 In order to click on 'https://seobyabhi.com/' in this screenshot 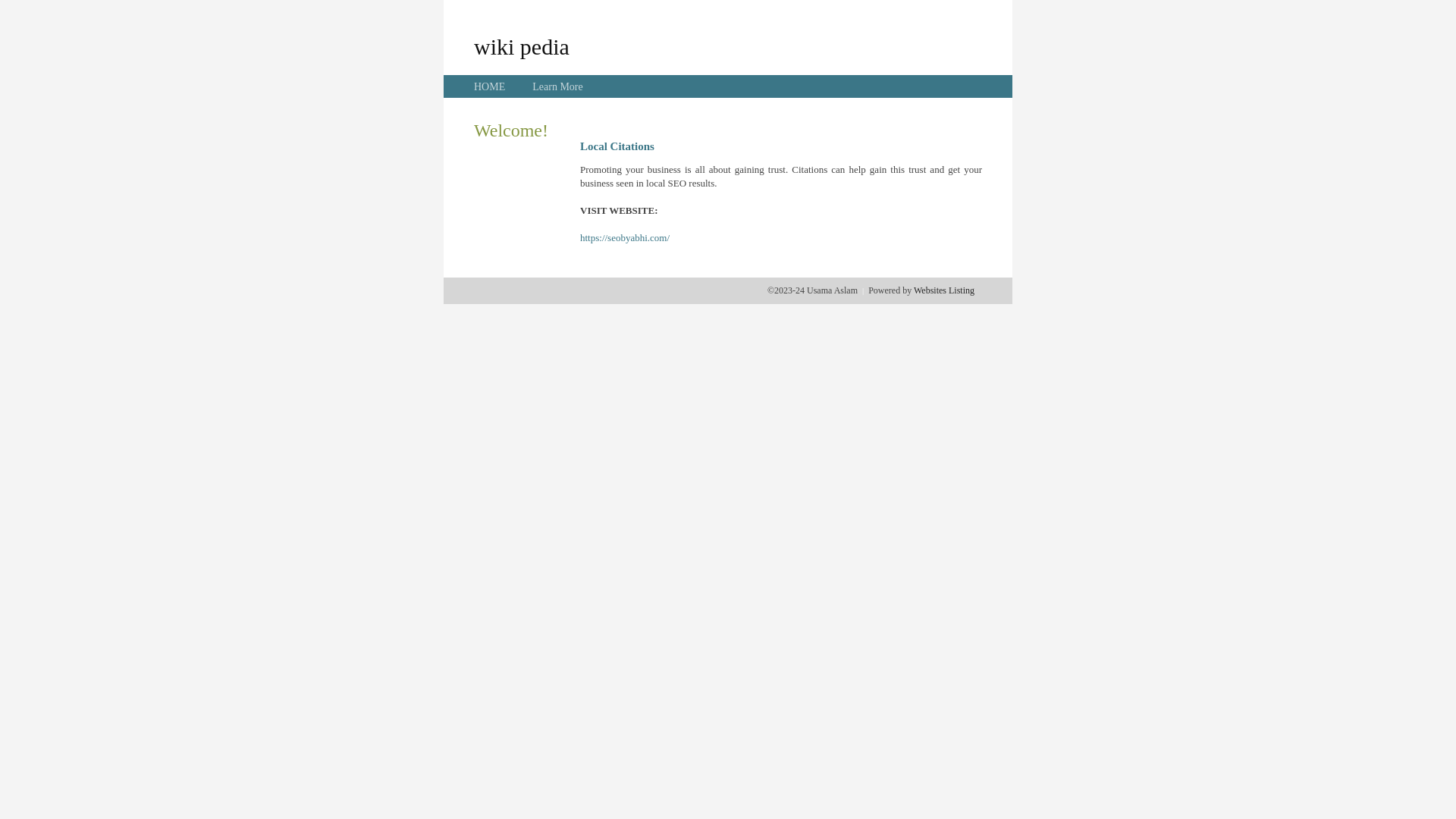, I will do `click(579, 237)`.